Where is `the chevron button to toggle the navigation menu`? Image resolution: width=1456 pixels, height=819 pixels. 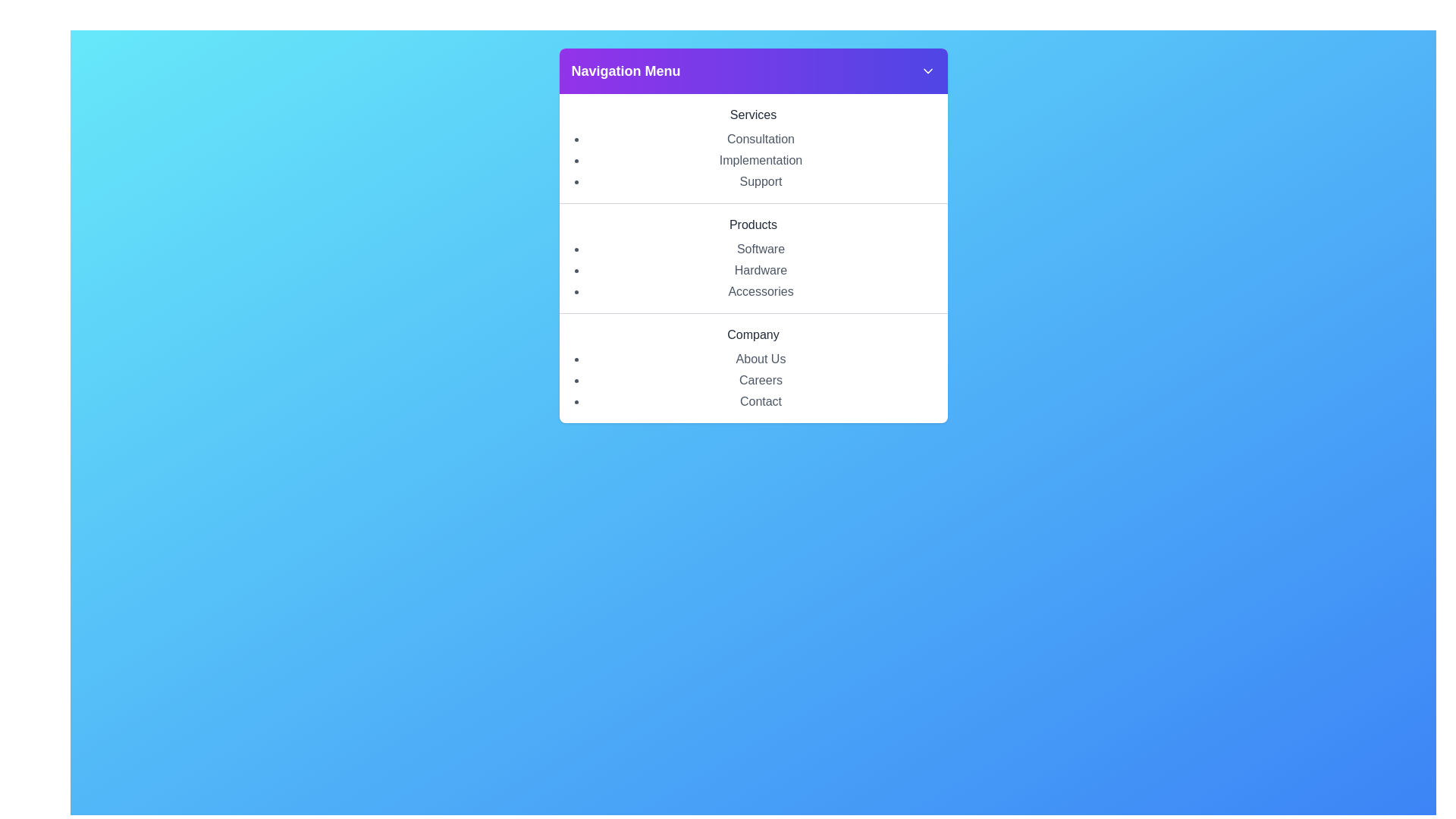 the chevron button to toggle the navigation menu is located at coordinates (927, 71).